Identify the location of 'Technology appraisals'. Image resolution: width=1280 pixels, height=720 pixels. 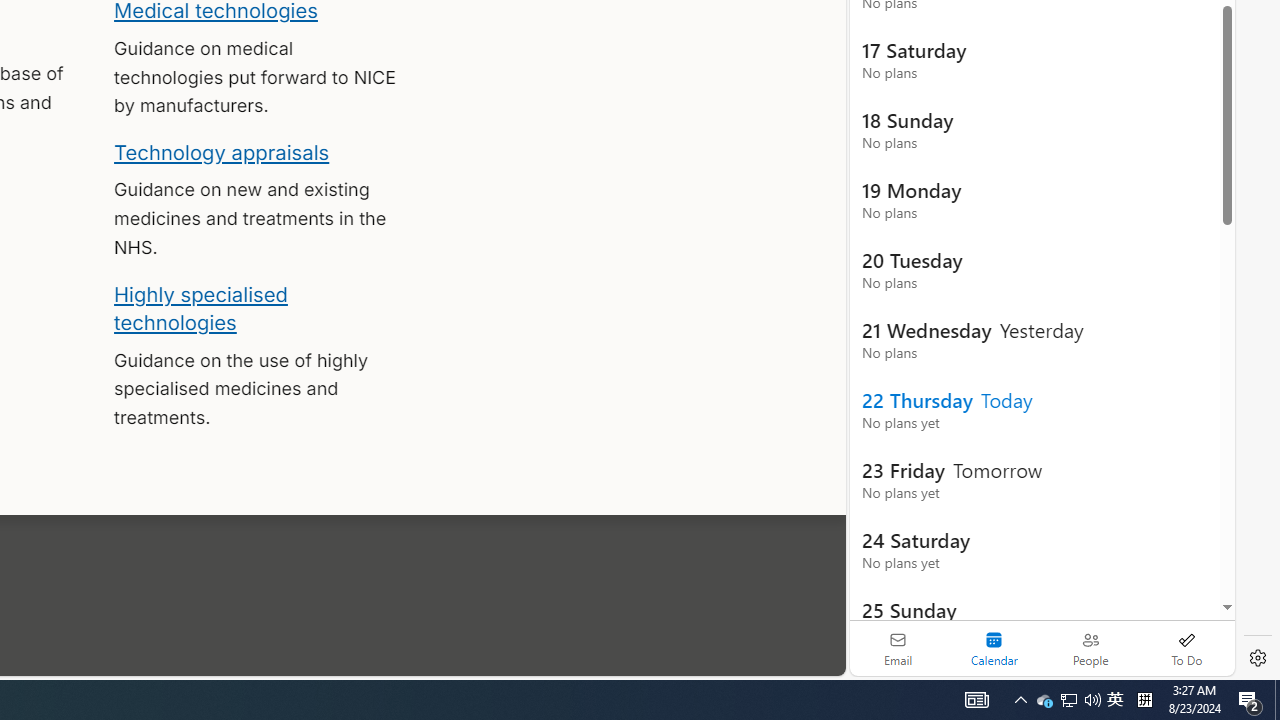
(222, 152).